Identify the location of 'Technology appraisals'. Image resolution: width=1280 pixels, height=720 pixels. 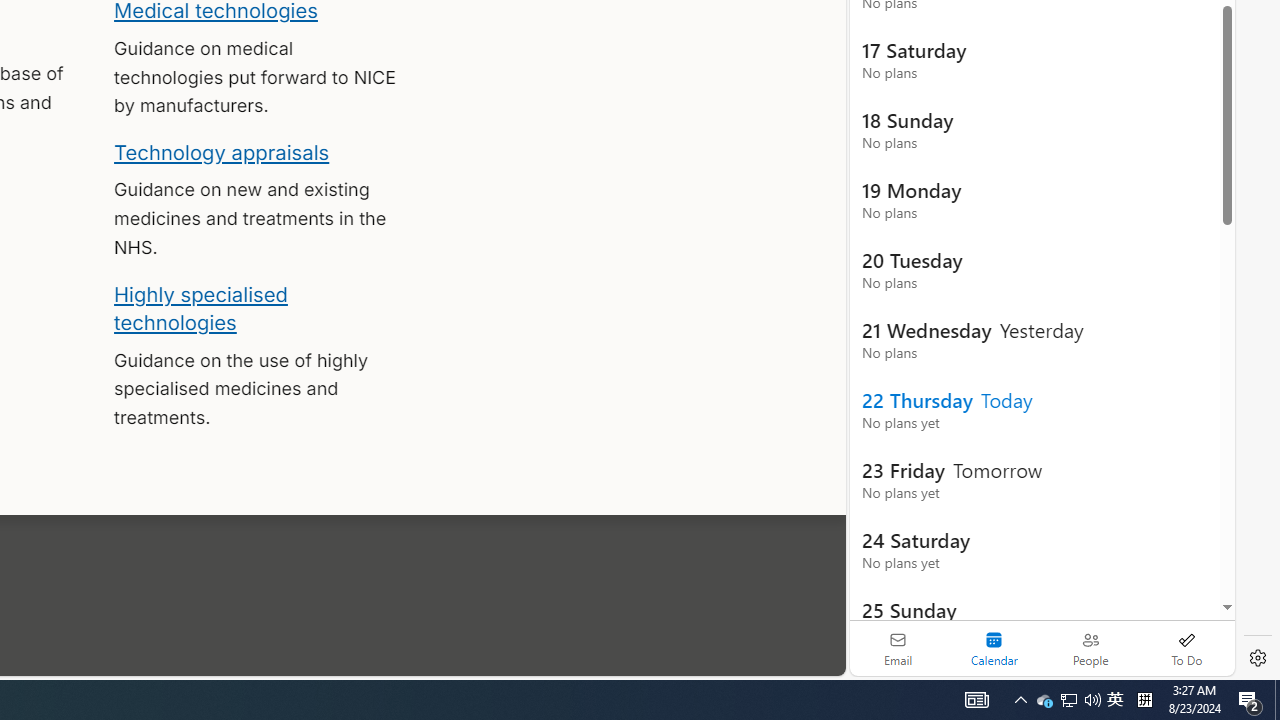
(222, 152).